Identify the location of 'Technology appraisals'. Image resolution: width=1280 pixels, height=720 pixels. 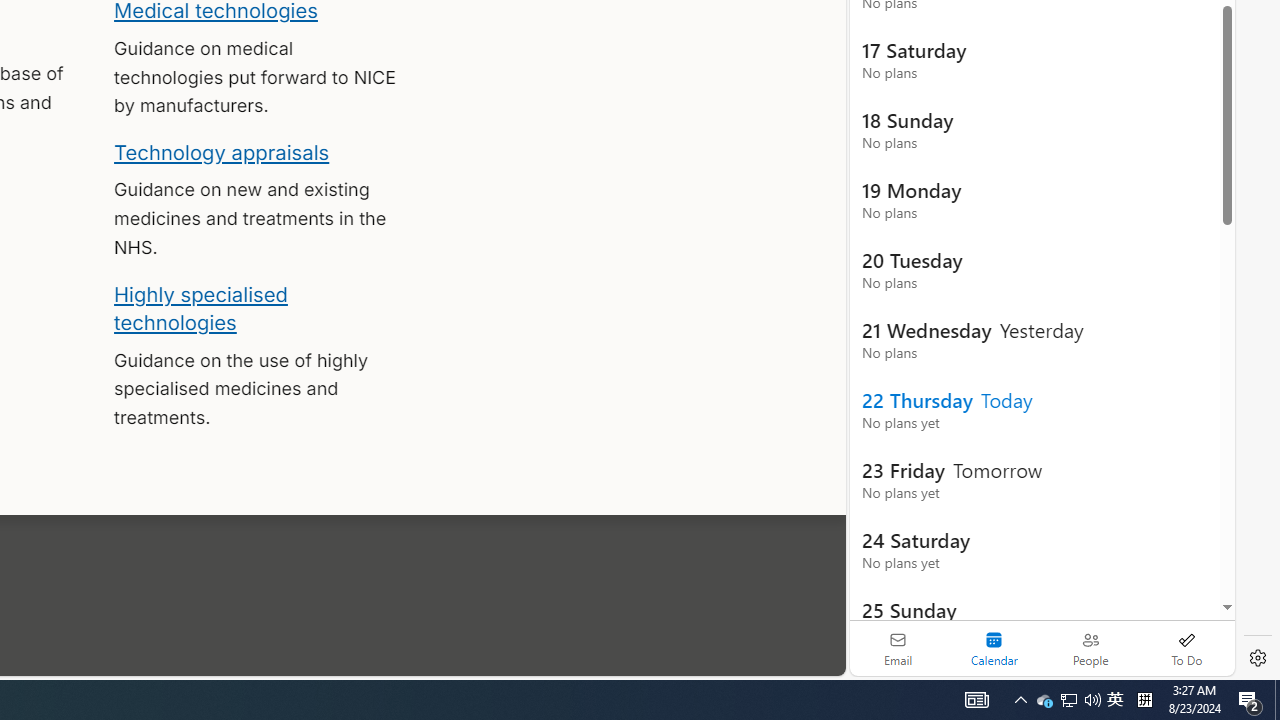
(222, 152).